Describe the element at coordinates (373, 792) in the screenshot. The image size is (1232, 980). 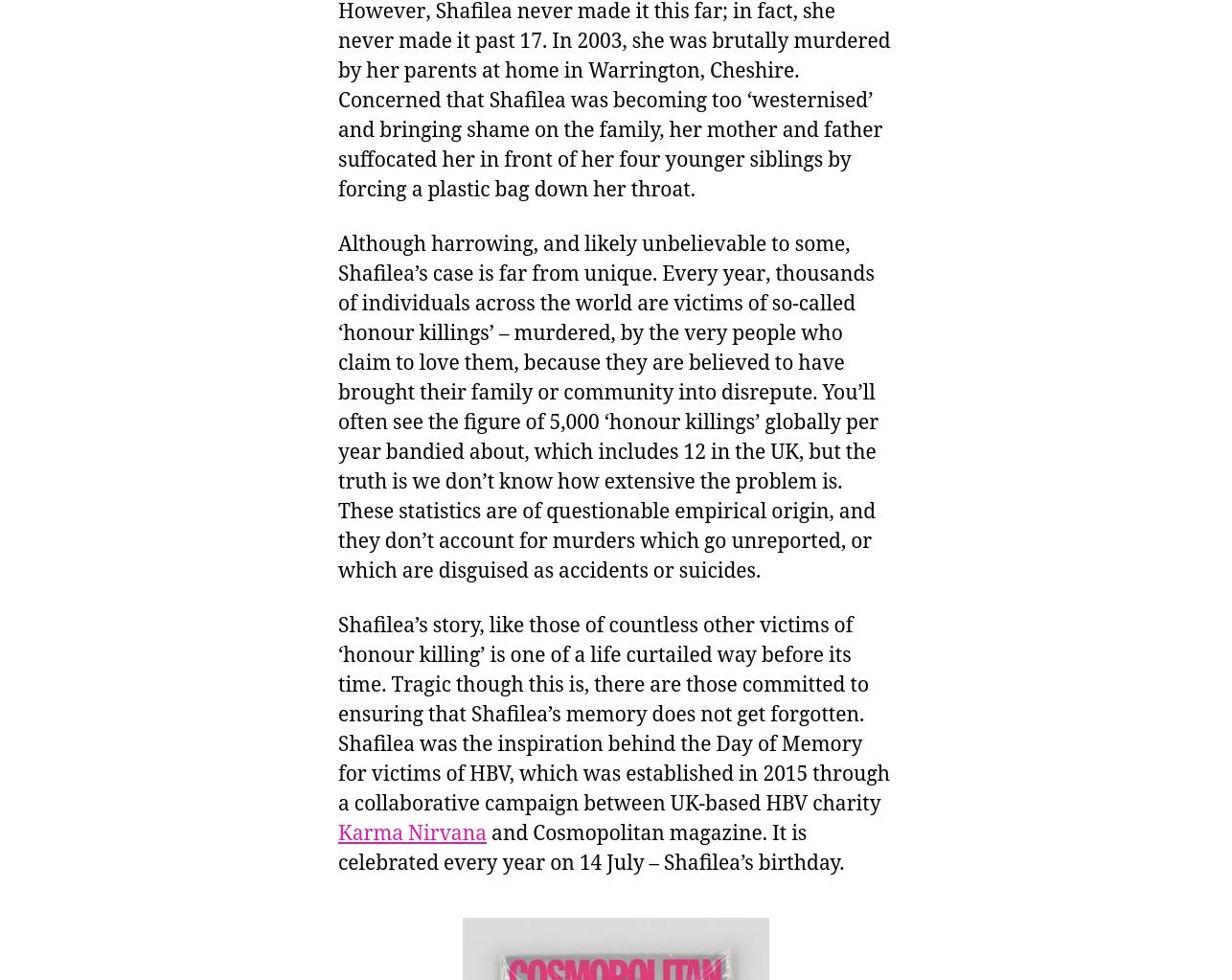
I see `'(15)'` at that location.